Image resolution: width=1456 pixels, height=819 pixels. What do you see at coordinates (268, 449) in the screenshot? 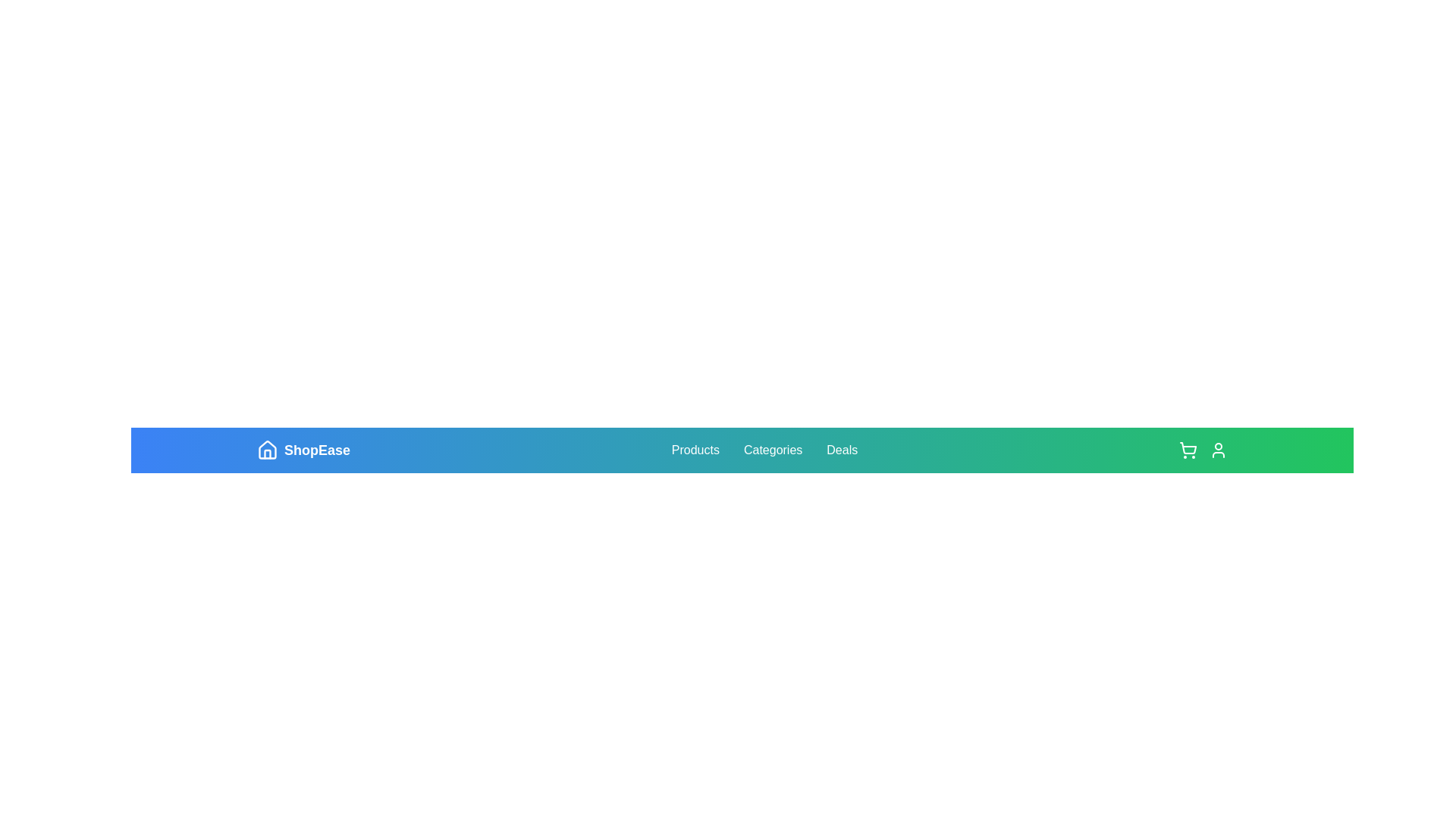
I see `the home icon representing the 'ShopEase' label located in the blue gradient navigation bar` at bounding box center [268, 449].